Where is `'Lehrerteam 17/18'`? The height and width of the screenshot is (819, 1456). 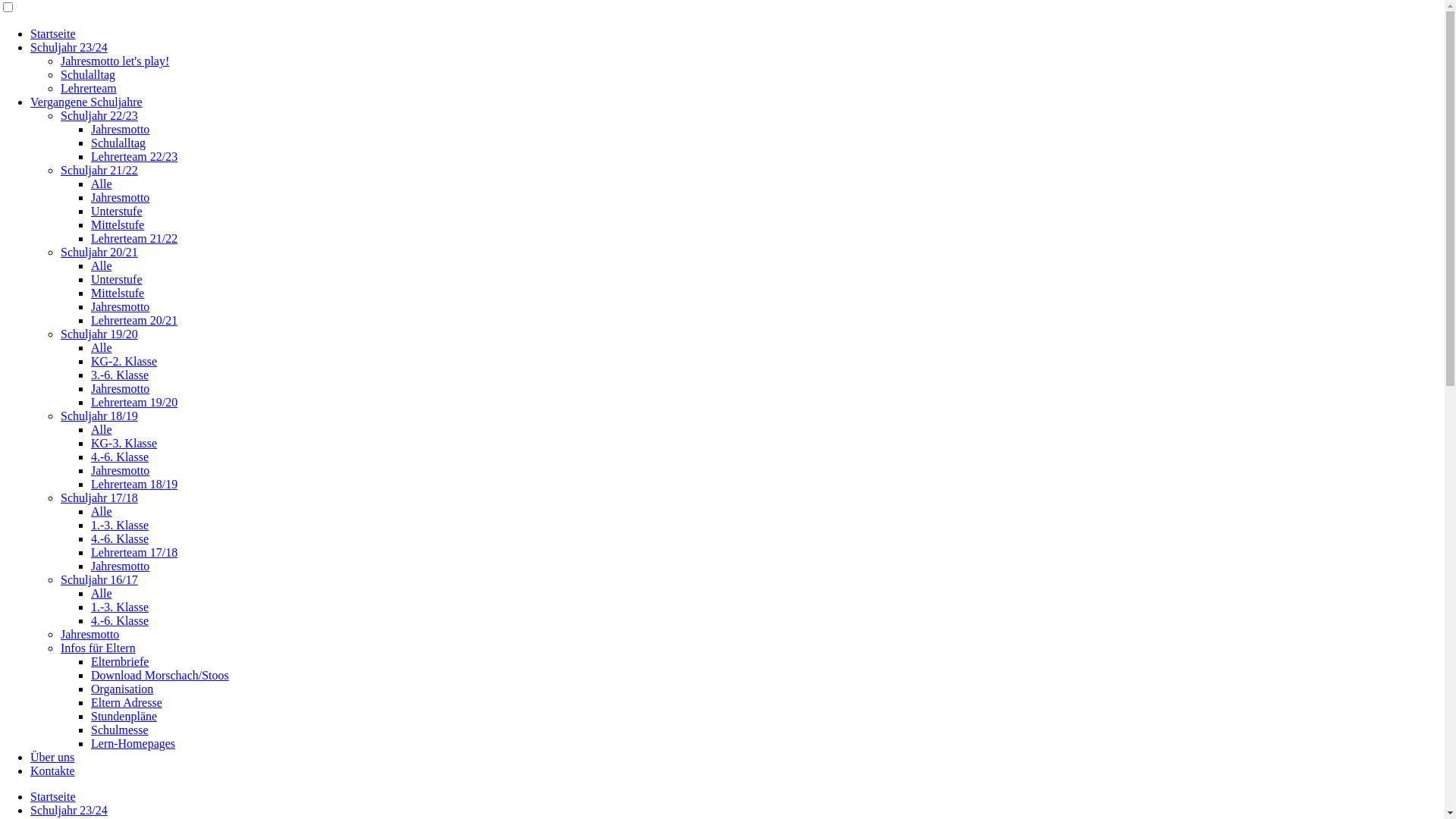
'Lehrerteam 17/18' is located at coordinates (90, 552).